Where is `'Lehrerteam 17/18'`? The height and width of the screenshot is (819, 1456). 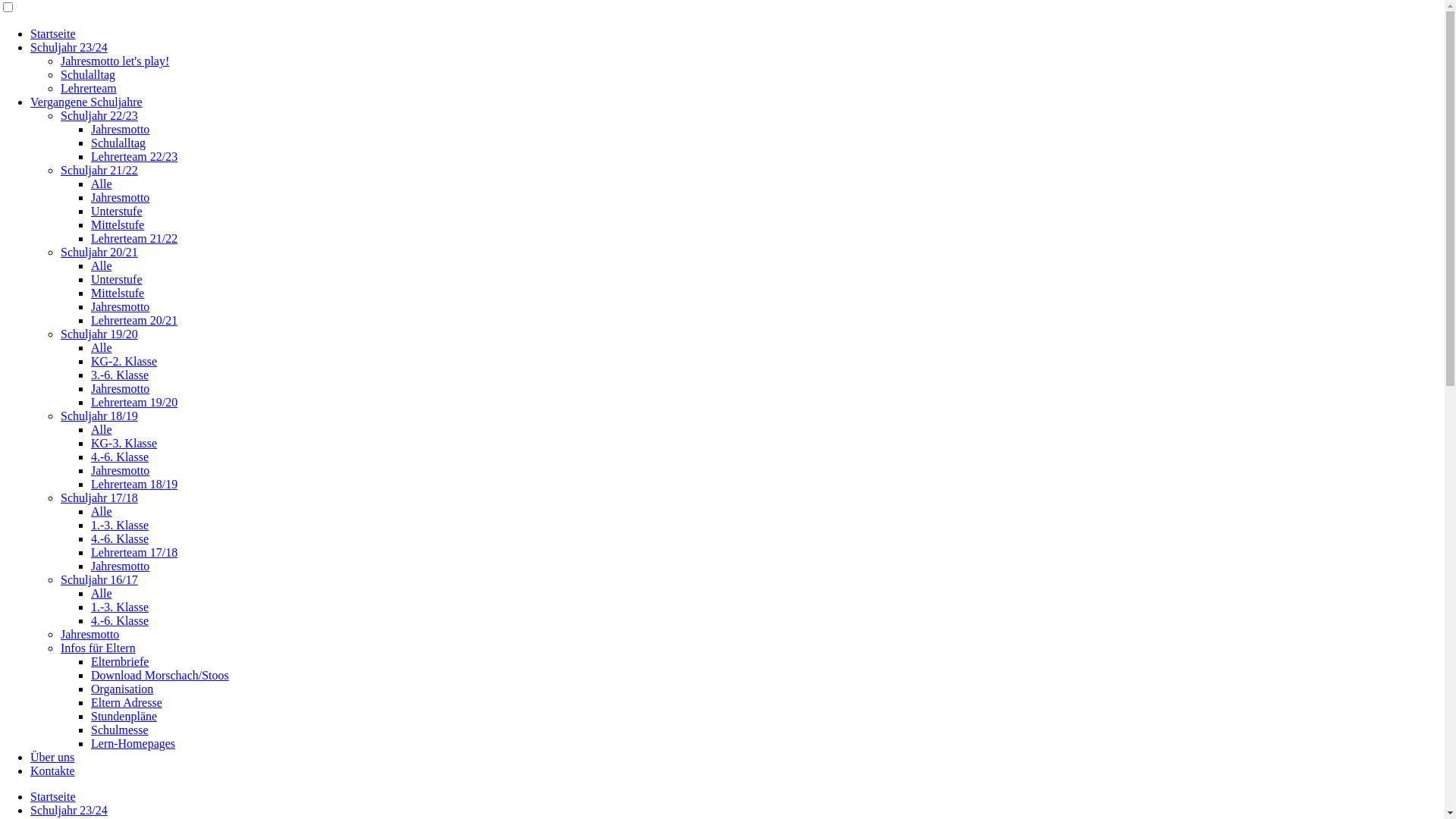
'Lehrerteam 17/18' is located at coordinates (90, 552).